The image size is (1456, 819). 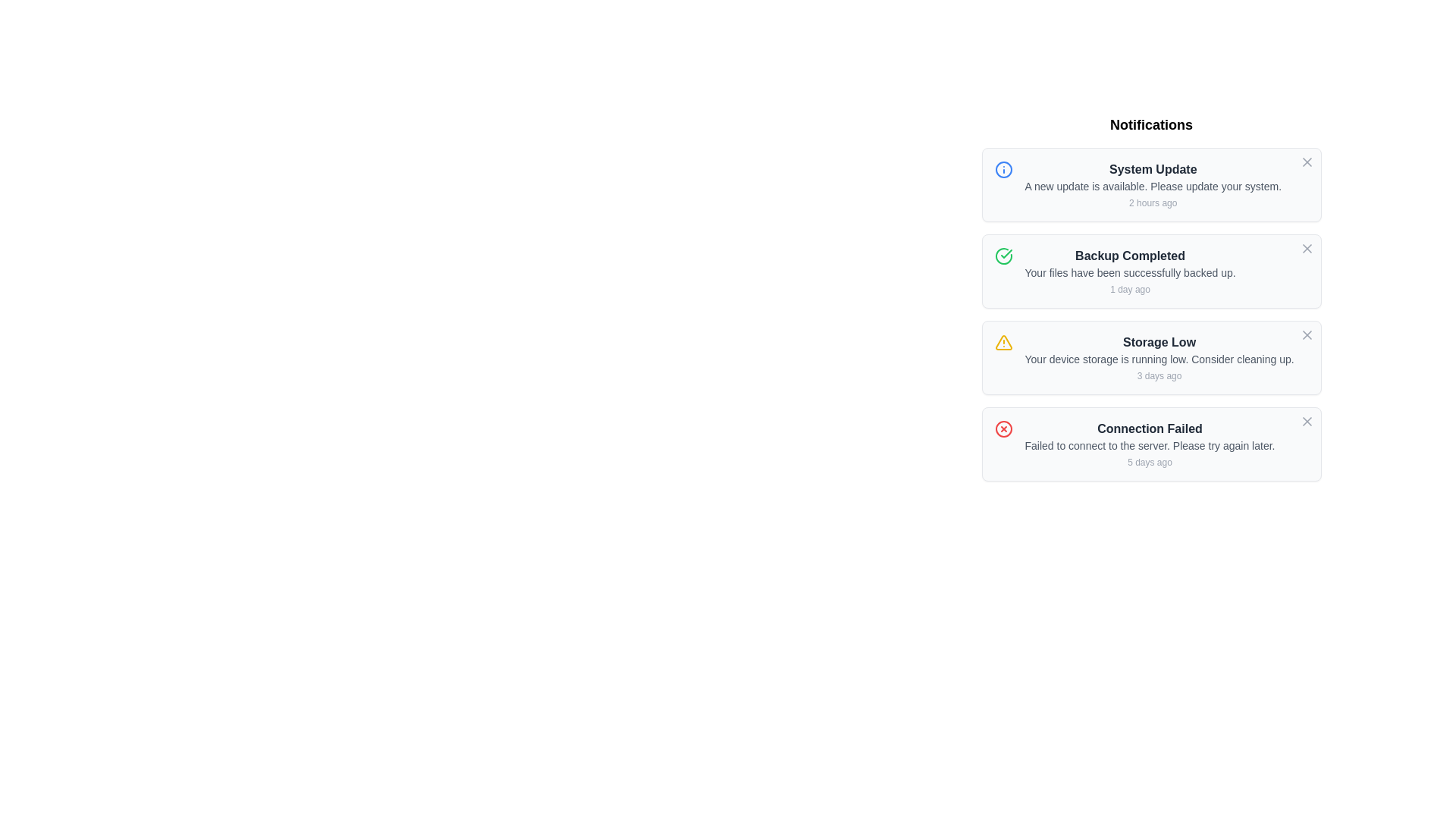 What do you see at coordinates (1130, 256) in the screenshot?
I see `the text label that says 'Backup Completed', which is prominently displayed in the notification panel as the header text of the second notification` at bounding box center [1130, 256].